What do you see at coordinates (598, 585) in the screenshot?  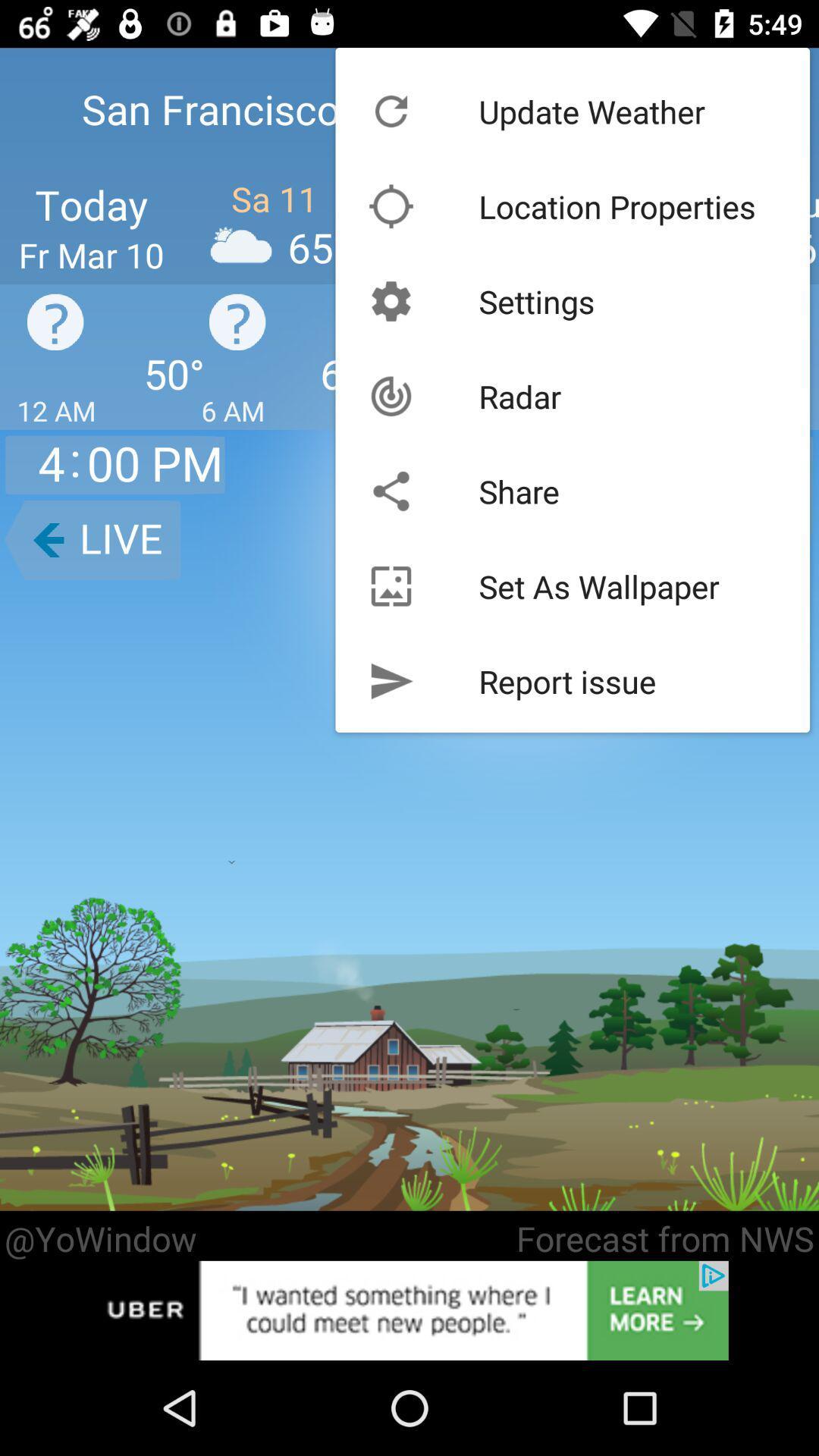 I see `the set as wallpaper` at bounding box center [598, 585].